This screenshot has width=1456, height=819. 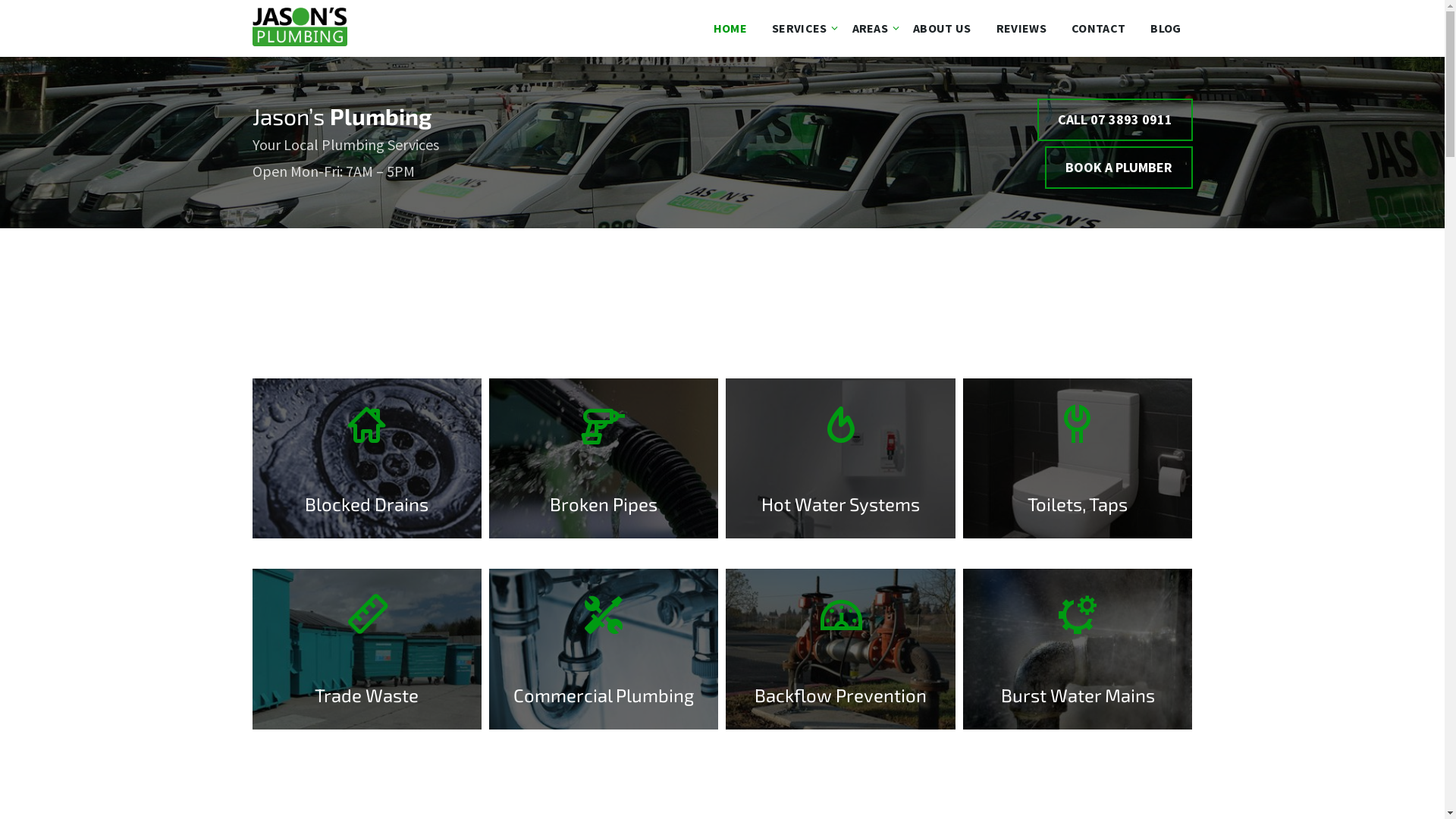 I want to click on 'BOOK A PLUMBER', so click(x=1119, y=167).